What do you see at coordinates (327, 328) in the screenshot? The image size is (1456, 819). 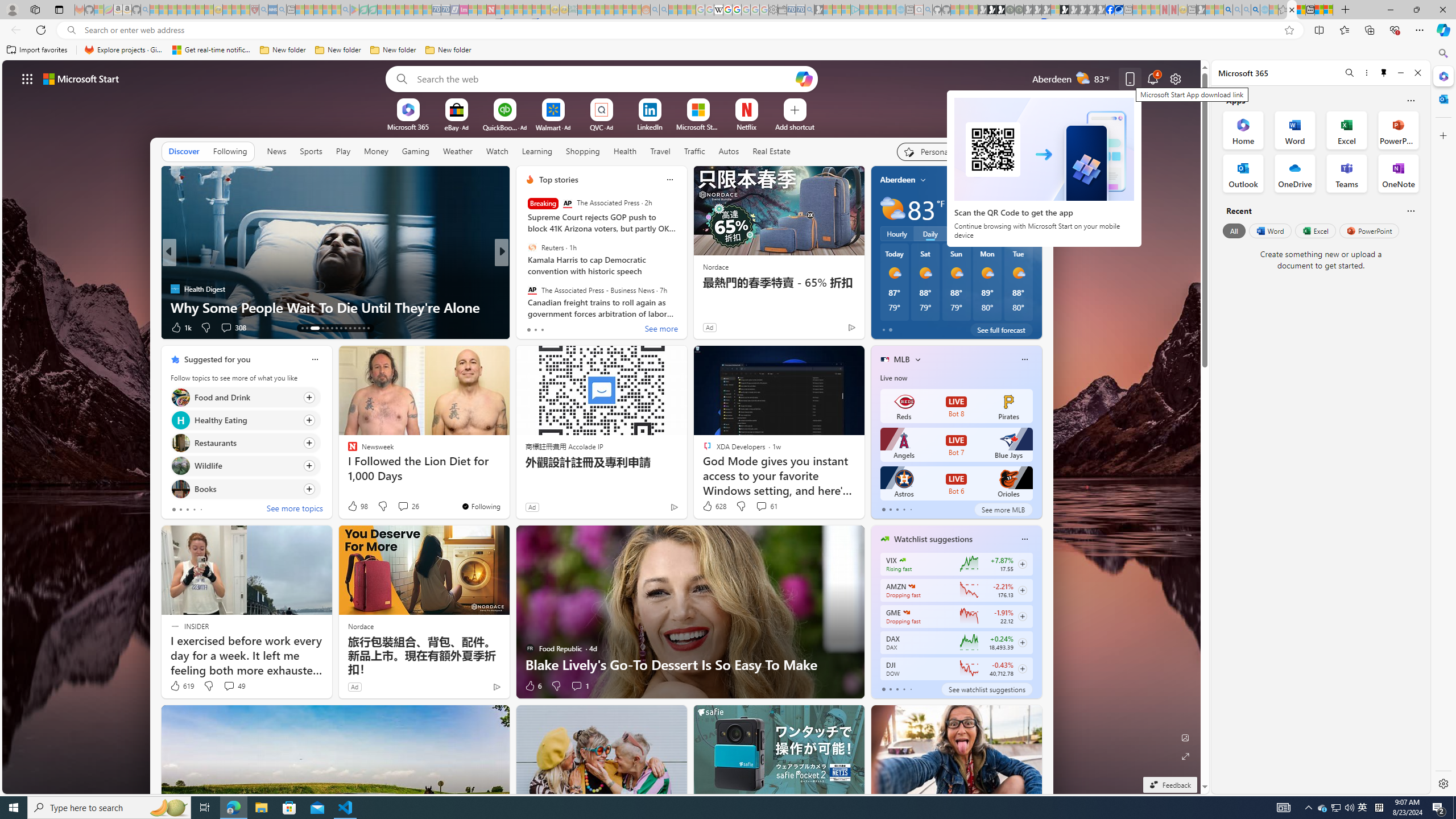 I see `'AutomationID: tab-17'` at bounding box center [327, 328].